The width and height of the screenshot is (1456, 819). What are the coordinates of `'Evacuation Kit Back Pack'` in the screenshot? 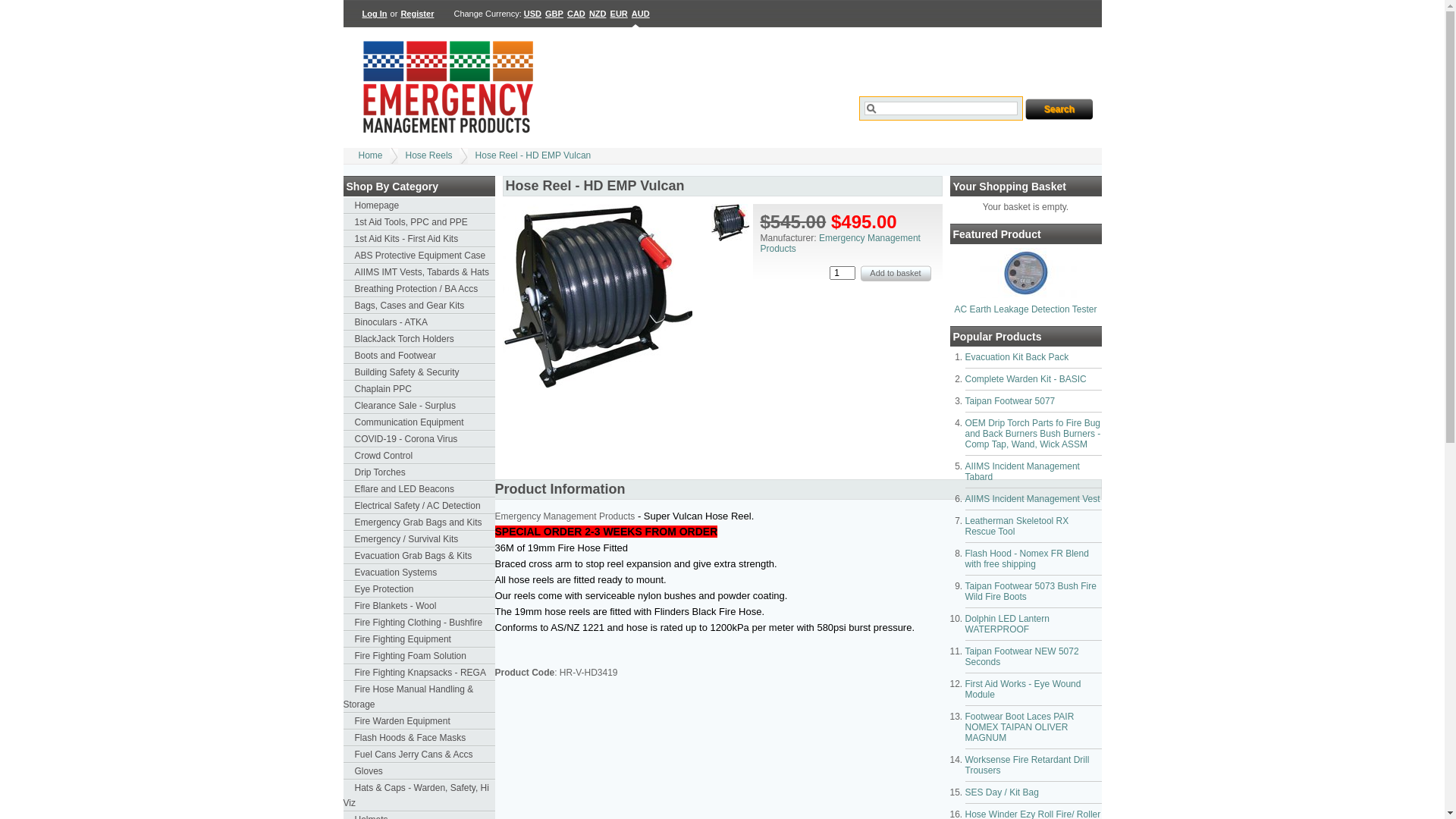 It's located at (1016, 356).